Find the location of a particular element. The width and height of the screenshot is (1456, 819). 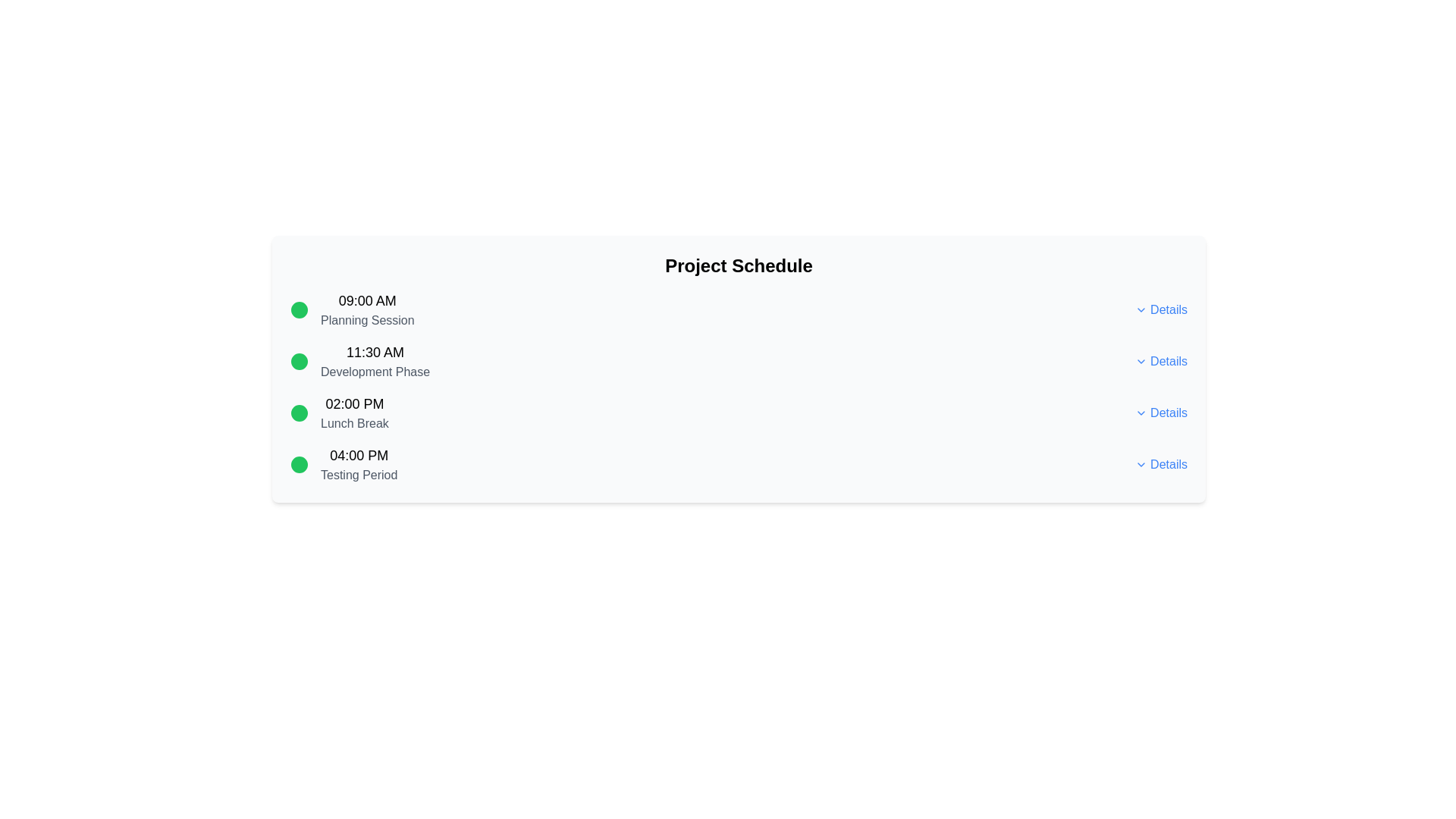

the text displaying '04:00 PM' located in the fourth timeline item under the 'Project Schedule' section, positioned to the left of 'Testing Period' and to the right of a green circular status indicator is located at coordinates (358, 455).